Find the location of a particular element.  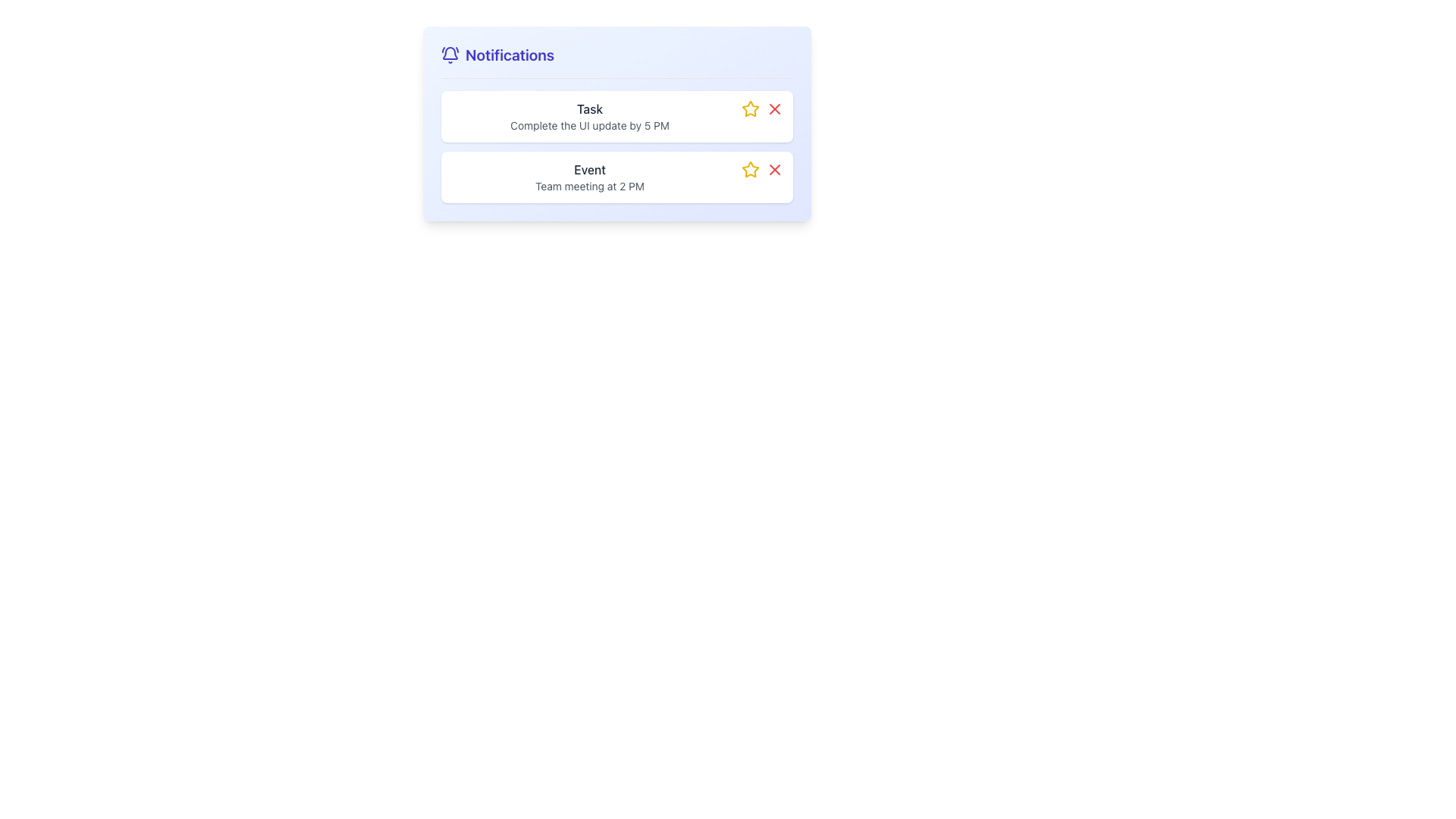

the Static Text that serves as the title for the 'Event' notification, which is the first line of text within the second card of the notification list is located at coordinates (588, 169).